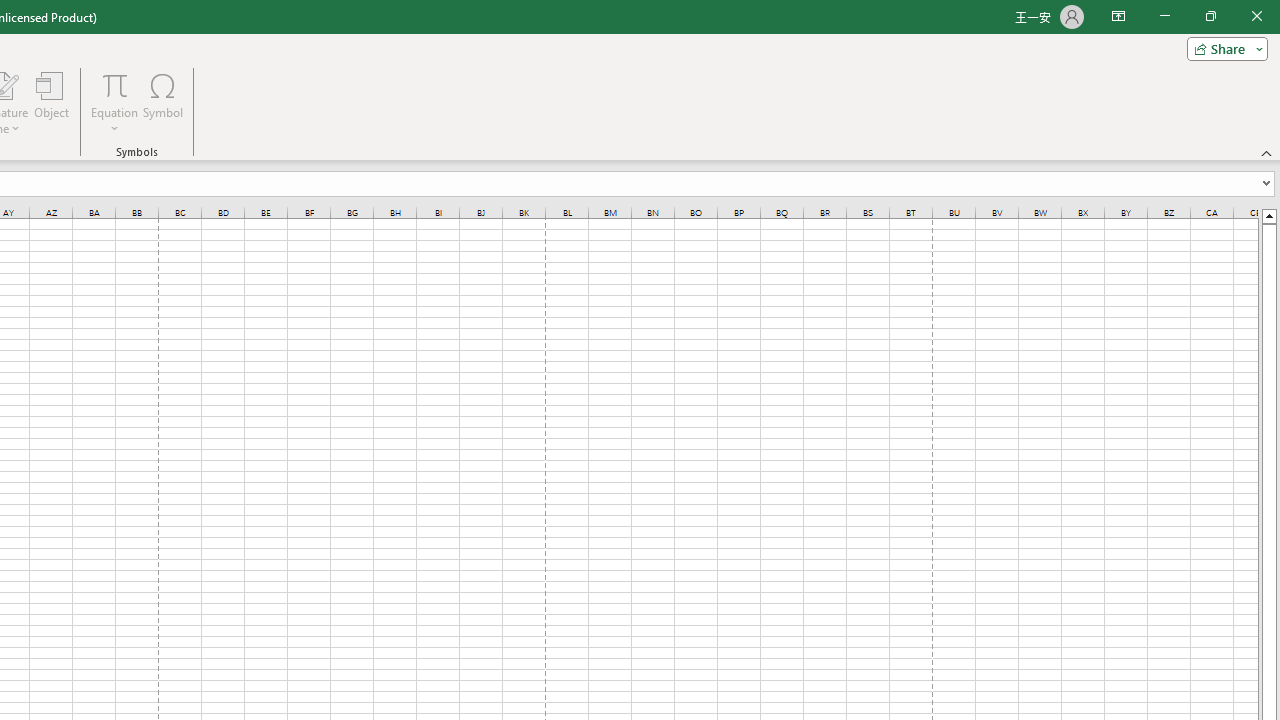 This screenshot has width=1280, height=720. What do you see at coordinates (51, 103) in the screenshot?
I see `'Object...'` at bounding box center [51, 103].